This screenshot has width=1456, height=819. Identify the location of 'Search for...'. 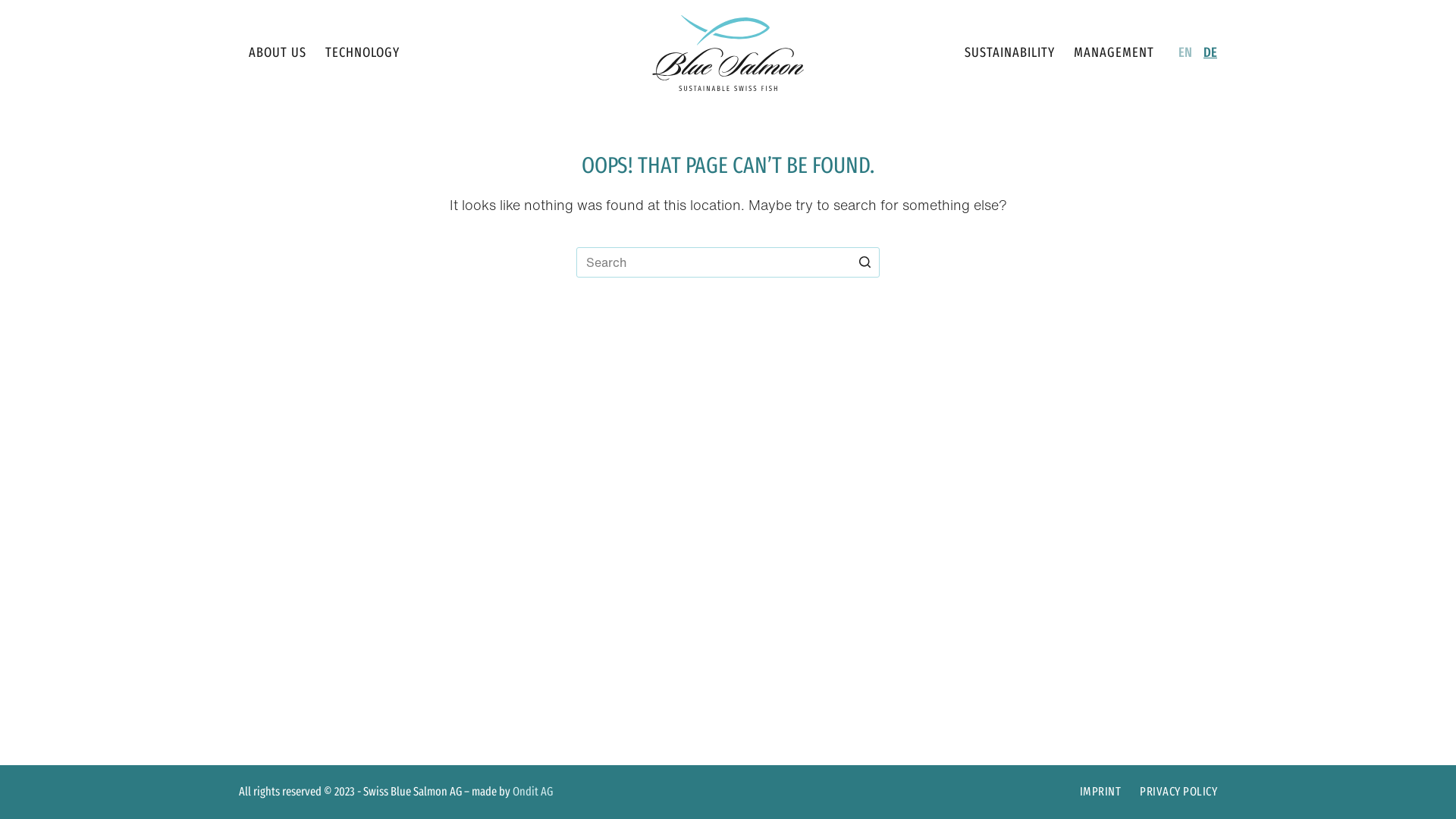
(575, 262).